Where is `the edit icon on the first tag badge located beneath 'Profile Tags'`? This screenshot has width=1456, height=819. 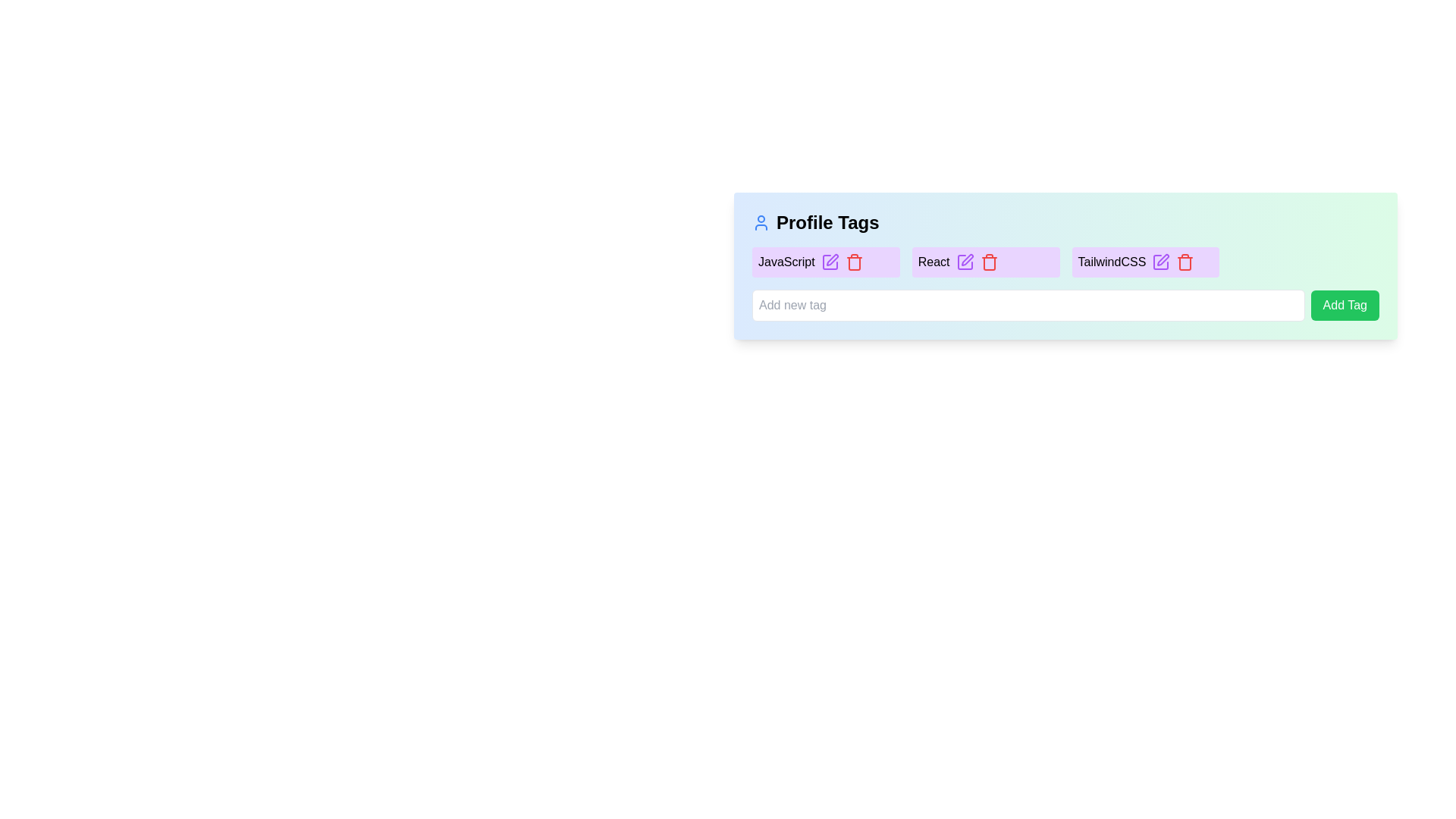 the edit icon on the first tag badge located beneath 'Profile Tags' is located at coordinates (825, 262).